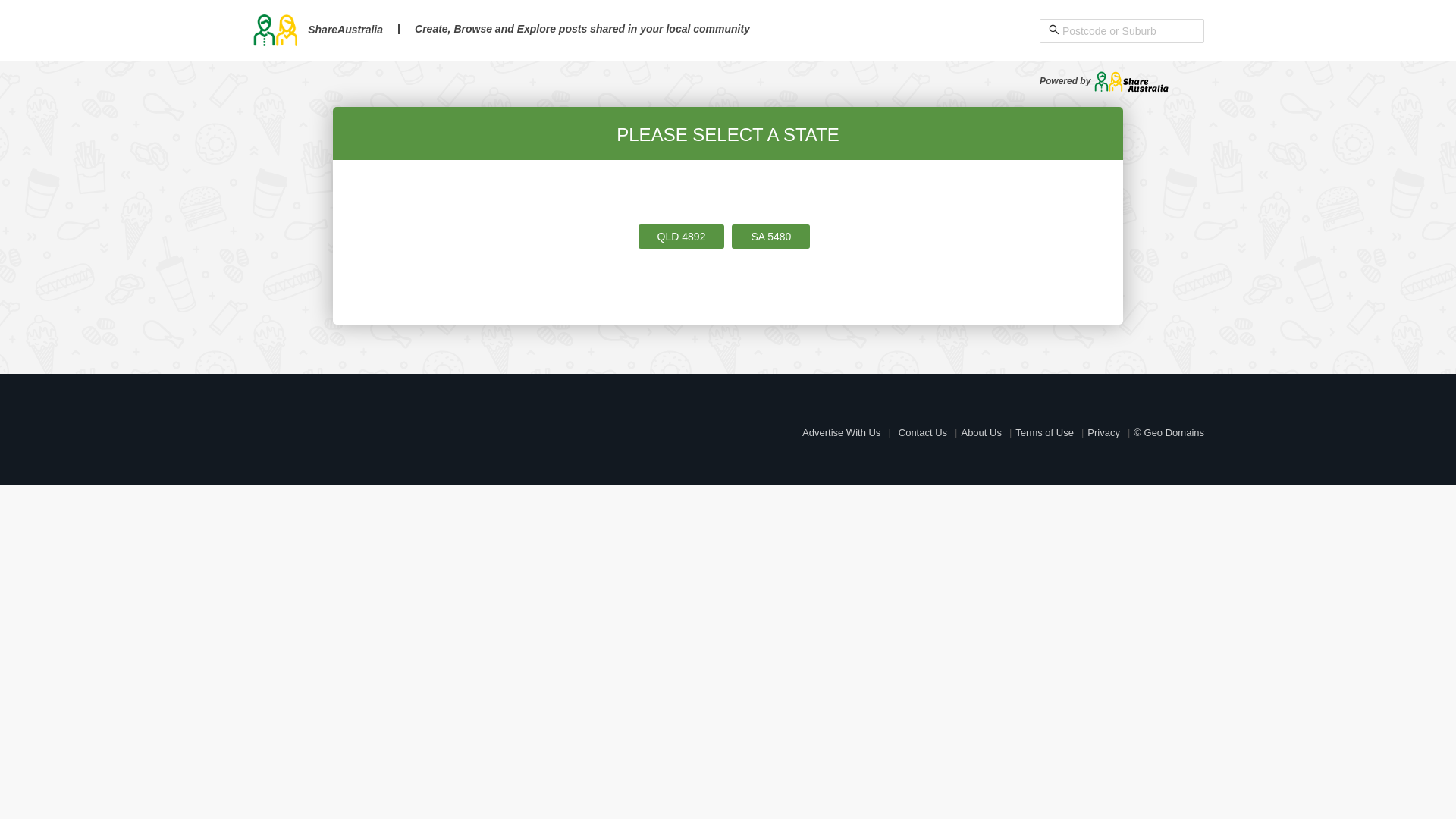  What do you see at coordinates (680, 237) in the screenshot?
I see `'QLD 4892'` at bounding box center [680, 237].